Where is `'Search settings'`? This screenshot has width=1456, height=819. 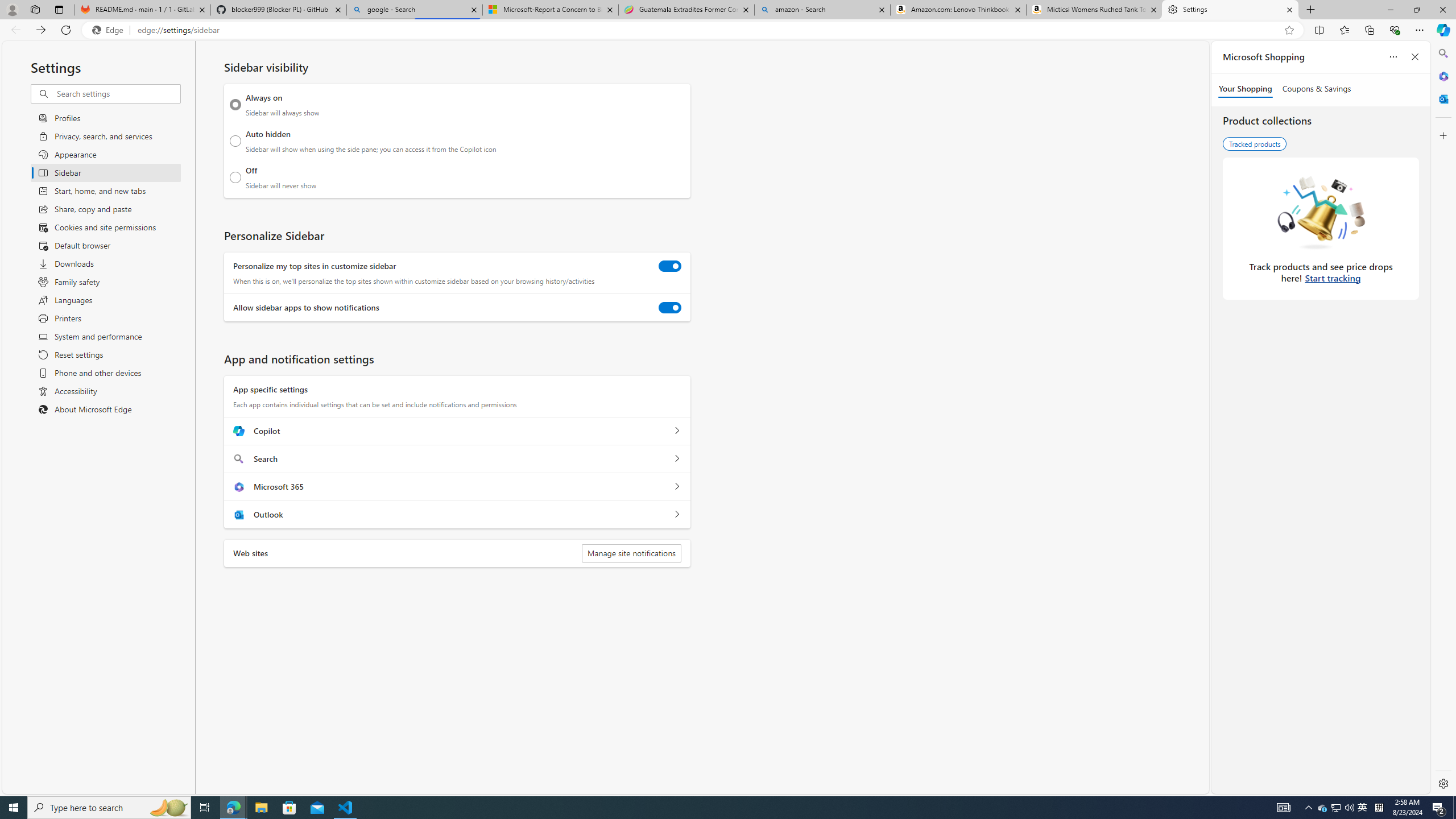 'Search settings' is located at coordinates (118, 93).